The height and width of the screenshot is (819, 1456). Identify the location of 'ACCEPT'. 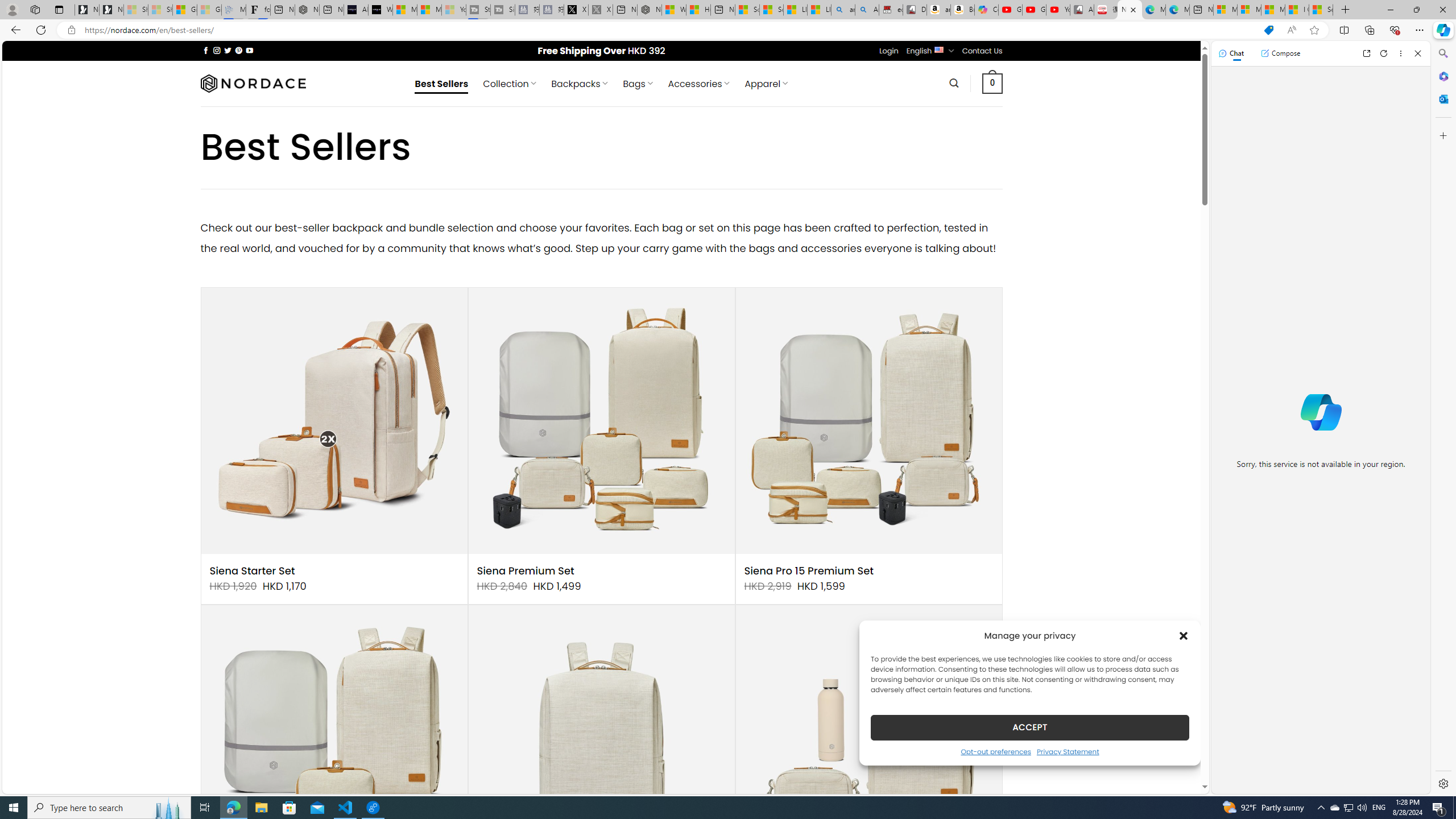
(1029, 727).